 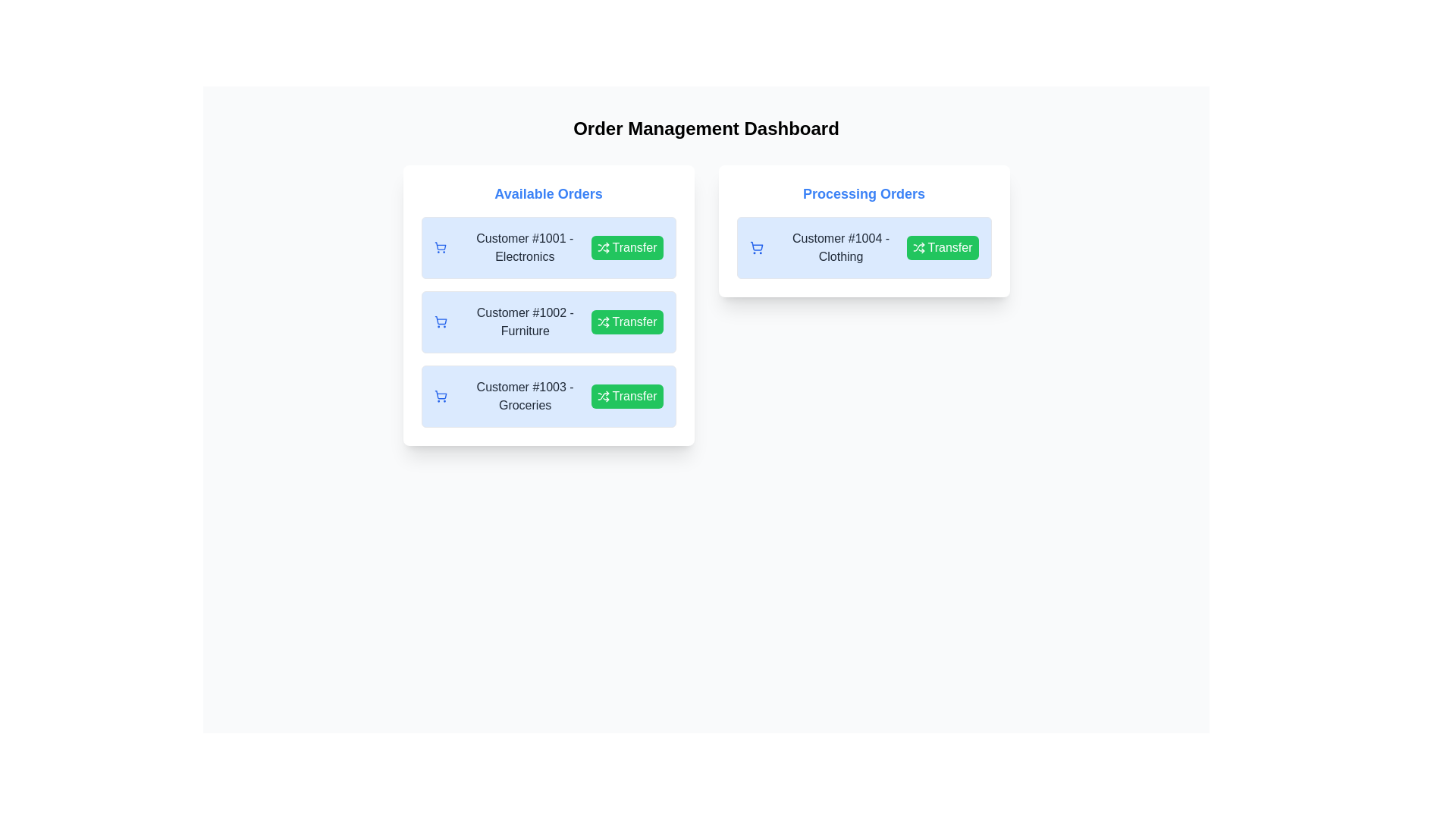 I want to click on the Text Label that identifies the order labeled 'Customer #1003' for 'Groceries', which is the third entry in the 'Available Orders' column, so click(x=513, y=396).